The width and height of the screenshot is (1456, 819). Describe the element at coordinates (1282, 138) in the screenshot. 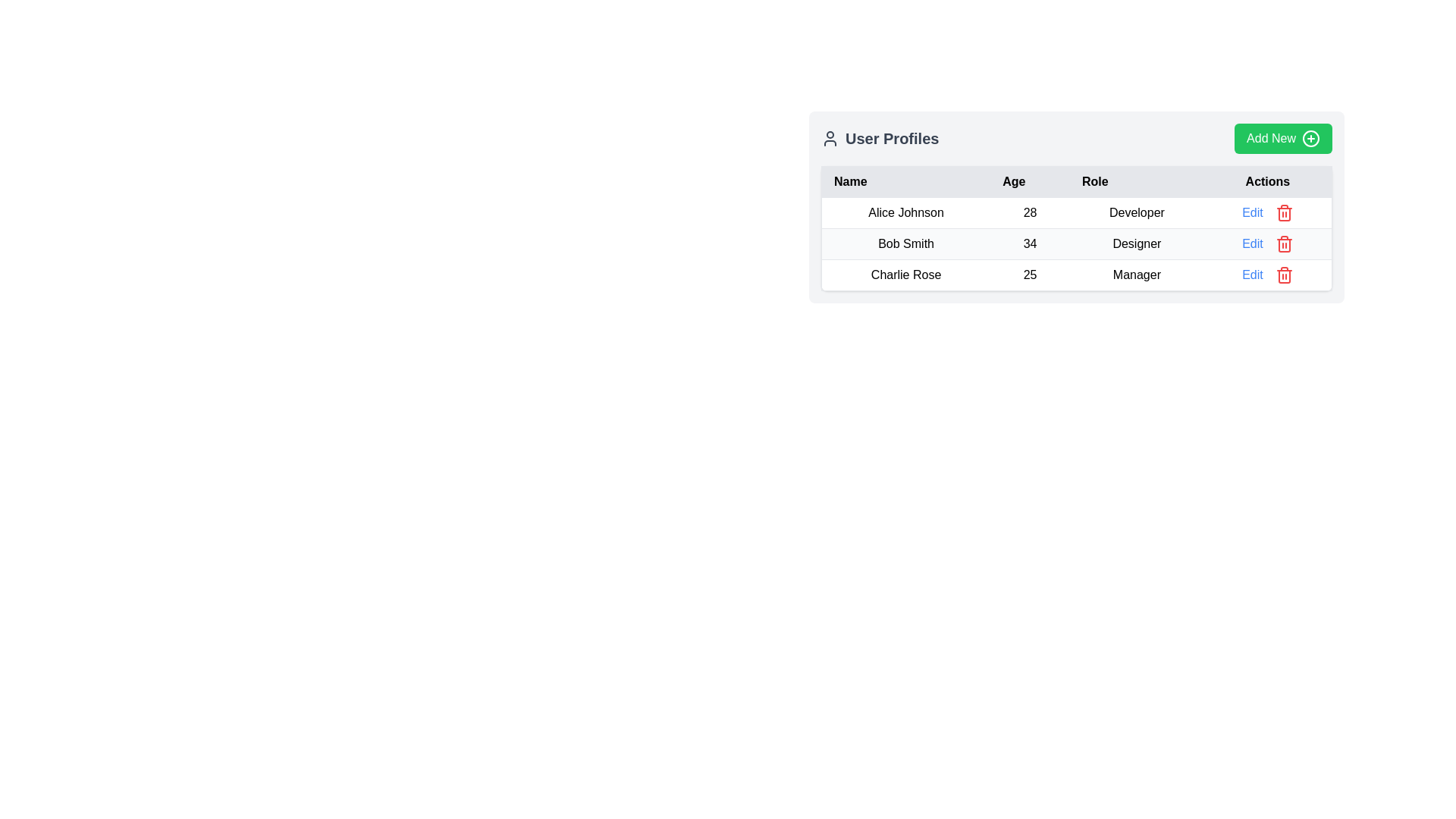

I see `the 'Add New' button located in the top-right corner of the 'User Profiles' section` at that location.